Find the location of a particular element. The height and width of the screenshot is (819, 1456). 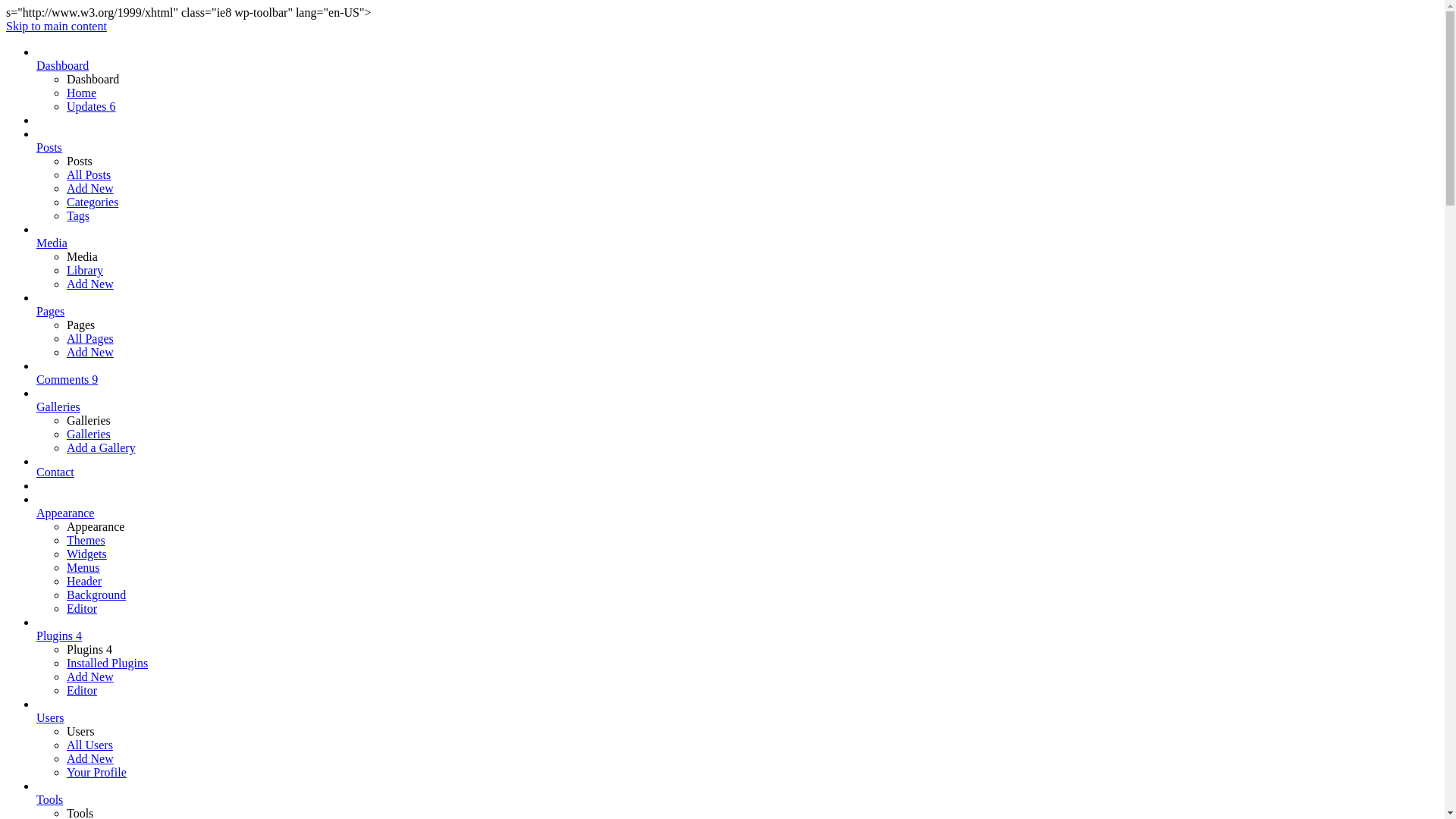

'Categories' is located at coordinates (91, 201).